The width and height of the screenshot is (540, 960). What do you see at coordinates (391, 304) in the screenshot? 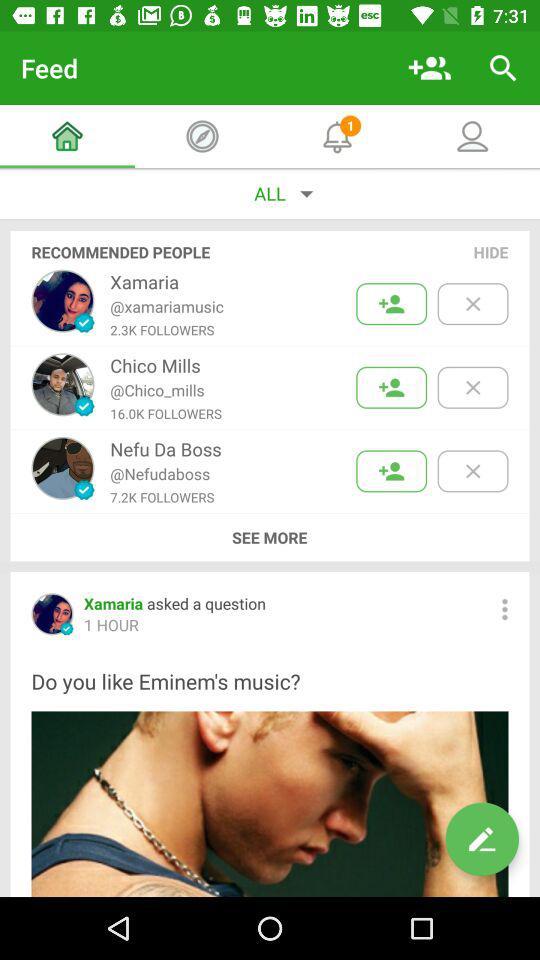
I see `follow person` at bounding box center [391, 304].